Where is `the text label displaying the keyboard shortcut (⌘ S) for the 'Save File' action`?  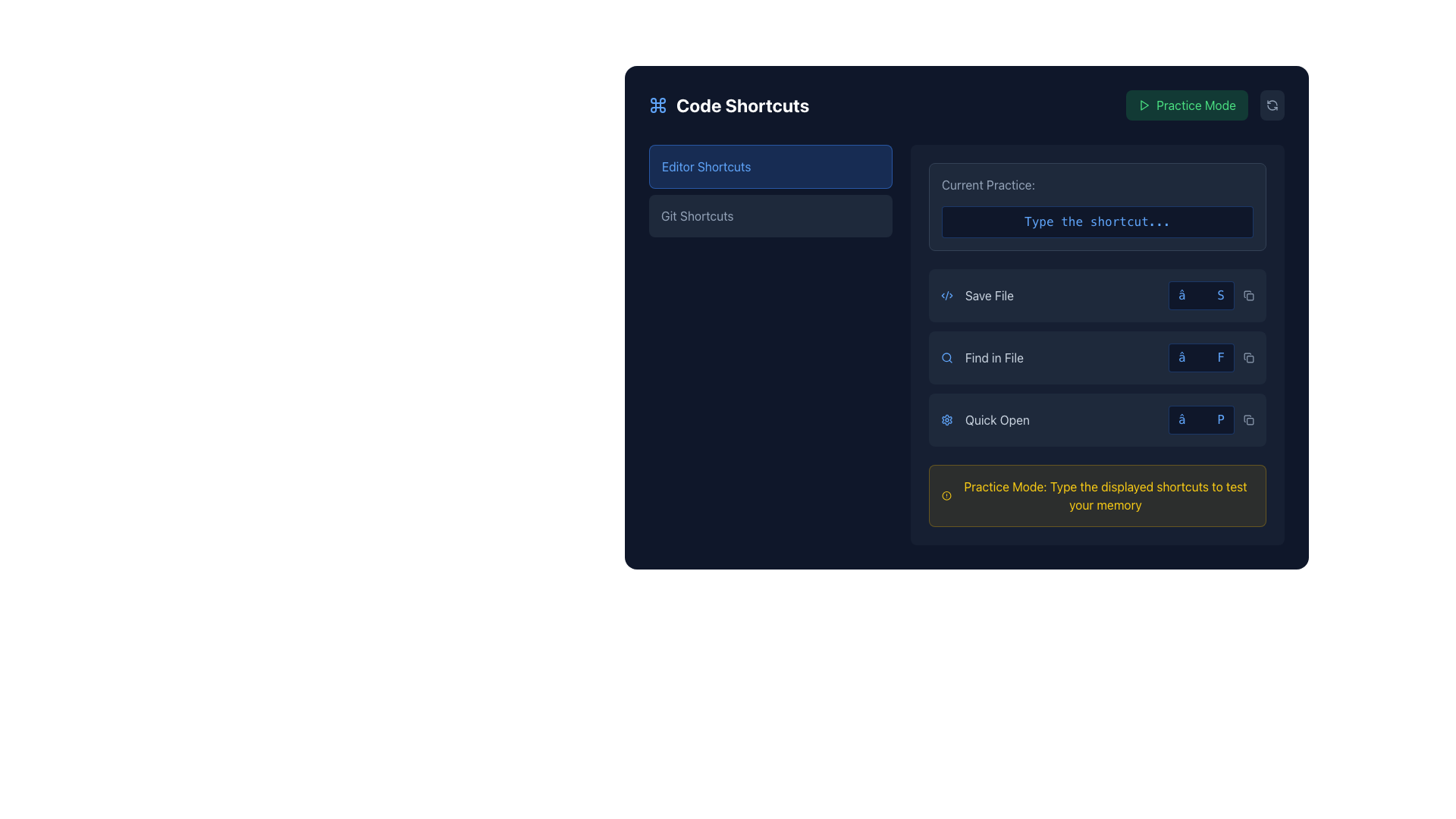 the text label displaying the keyboard shortcut (⌘ S) for the 'Save File' action is located at coordinates (1210, 295).